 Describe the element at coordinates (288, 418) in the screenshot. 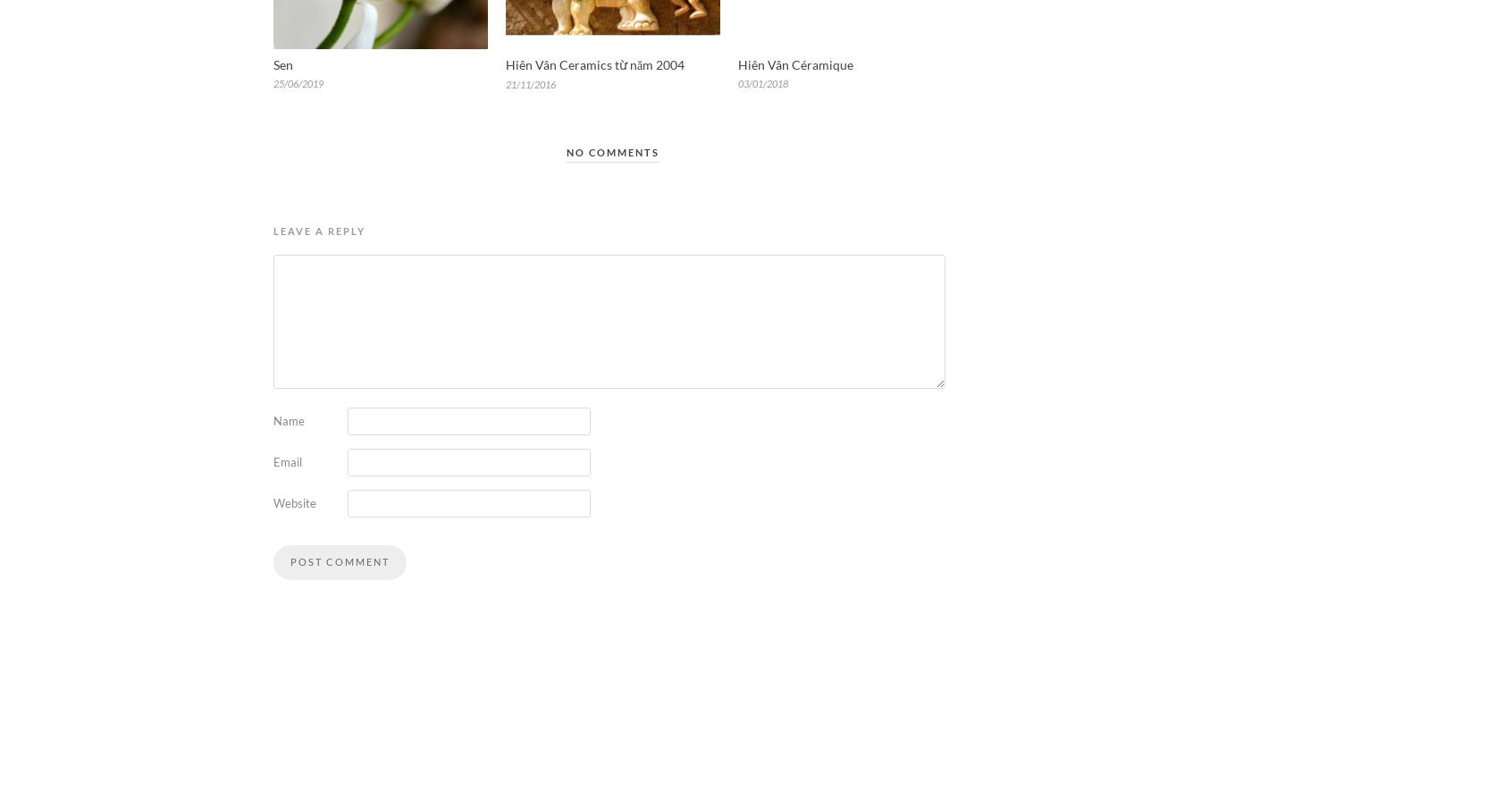

I see `'Name'` at that location.